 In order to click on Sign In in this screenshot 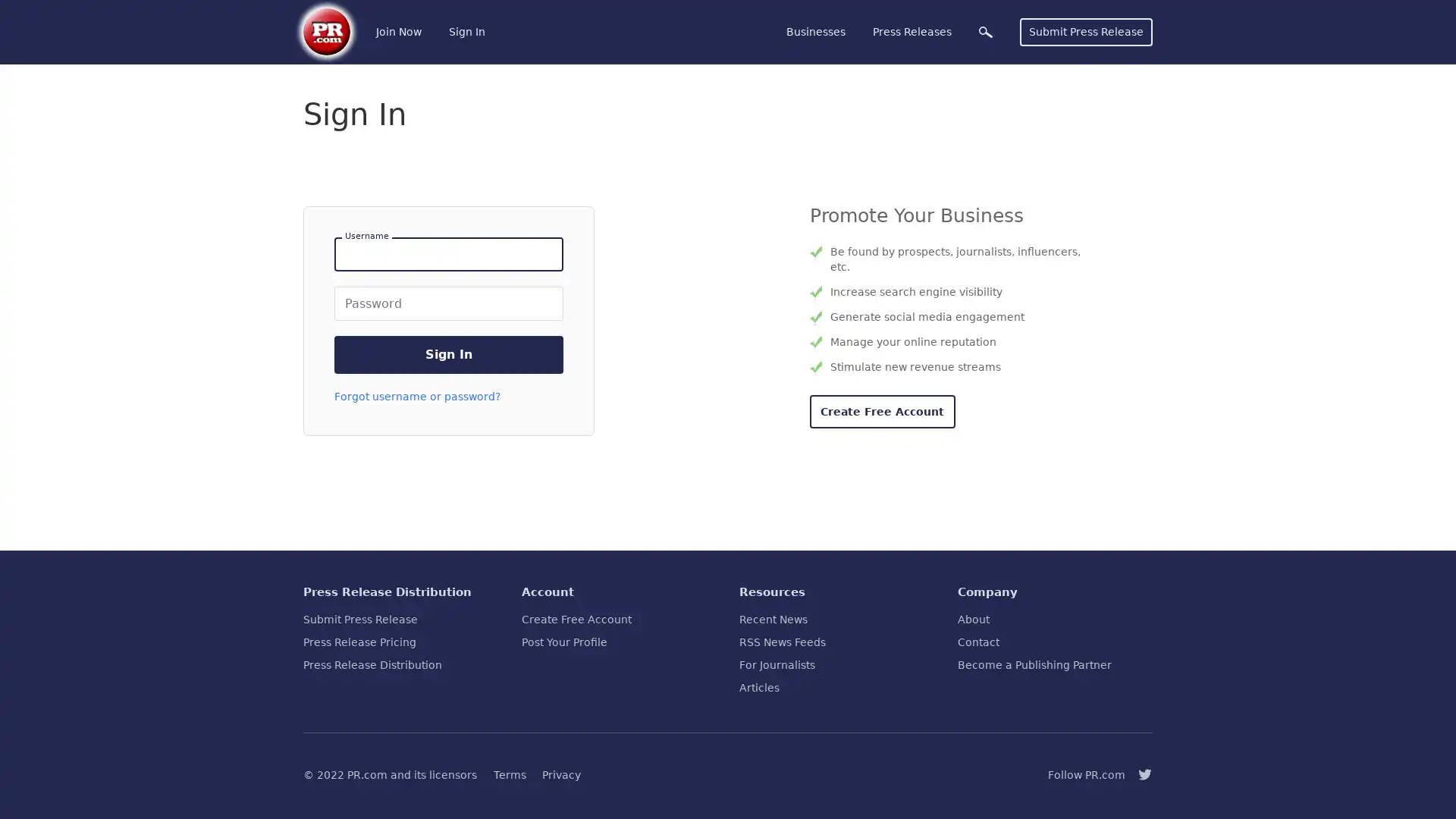, I will do `click(447, 354)`.